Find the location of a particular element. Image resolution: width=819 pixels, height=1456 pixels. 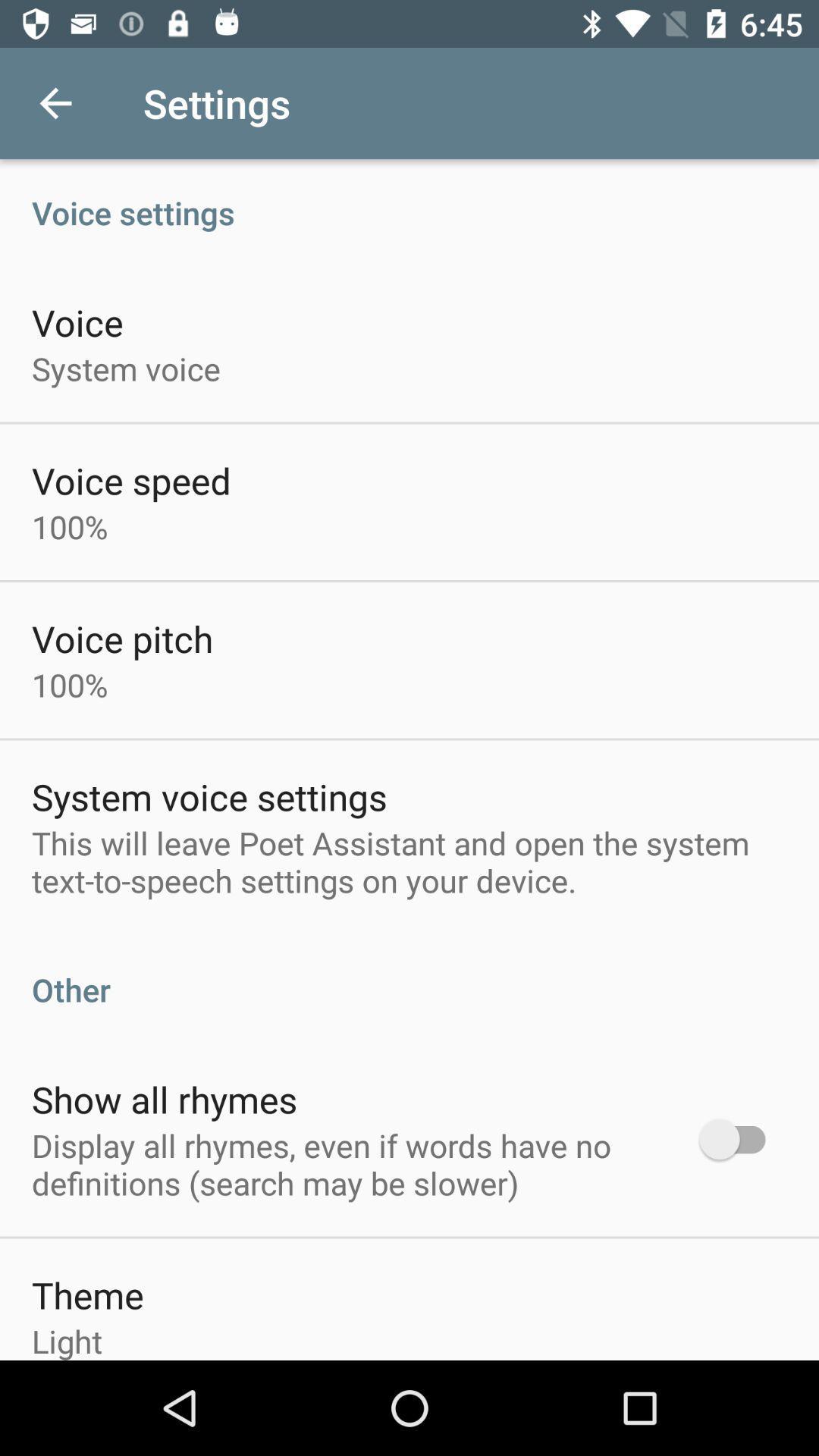

icon to the left of the settings is located at coordinates (55, 102).